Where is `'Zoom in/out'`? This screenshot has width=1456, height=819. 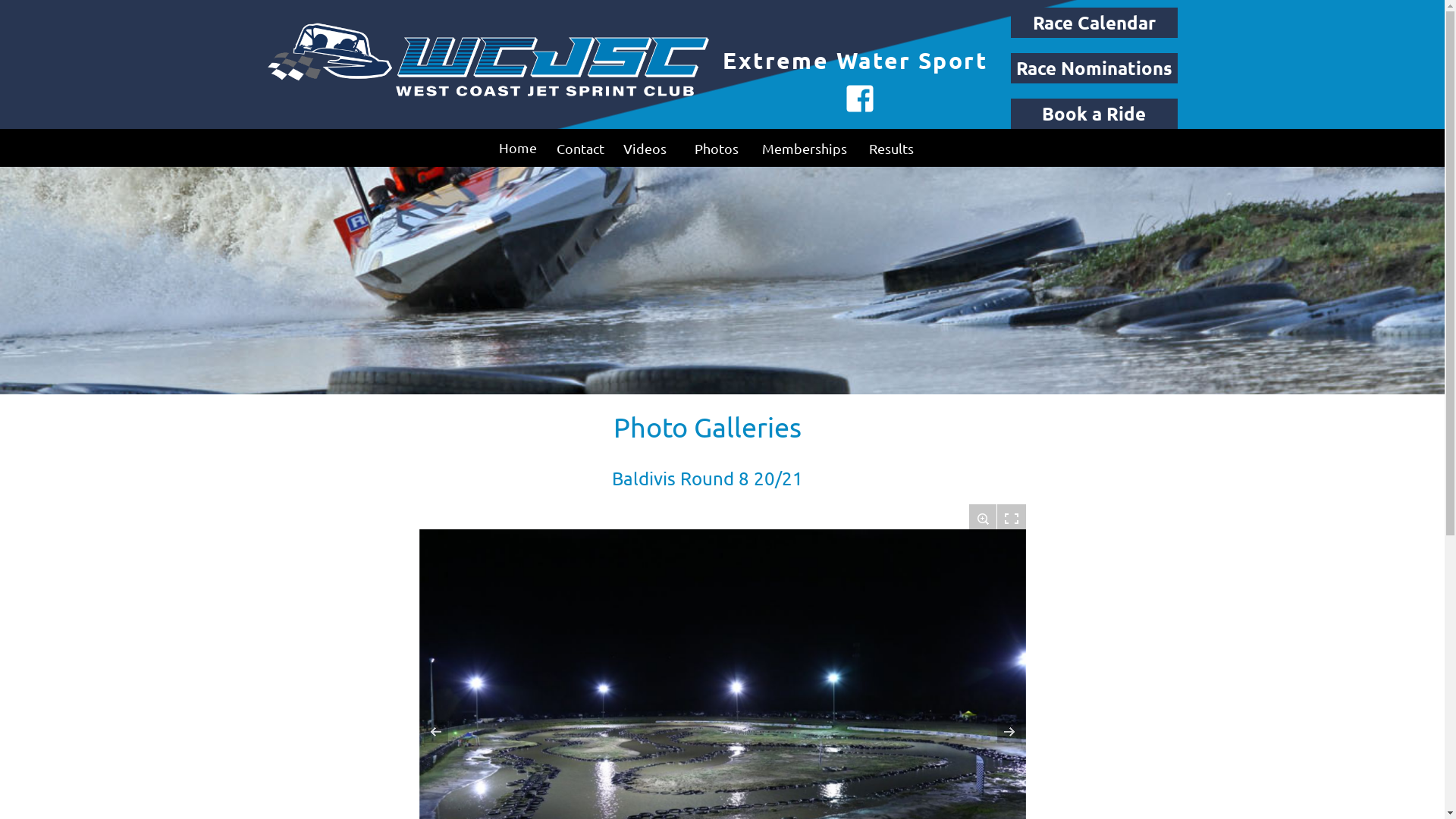
'Zoom in/out' is located at coordinates (983, 517).